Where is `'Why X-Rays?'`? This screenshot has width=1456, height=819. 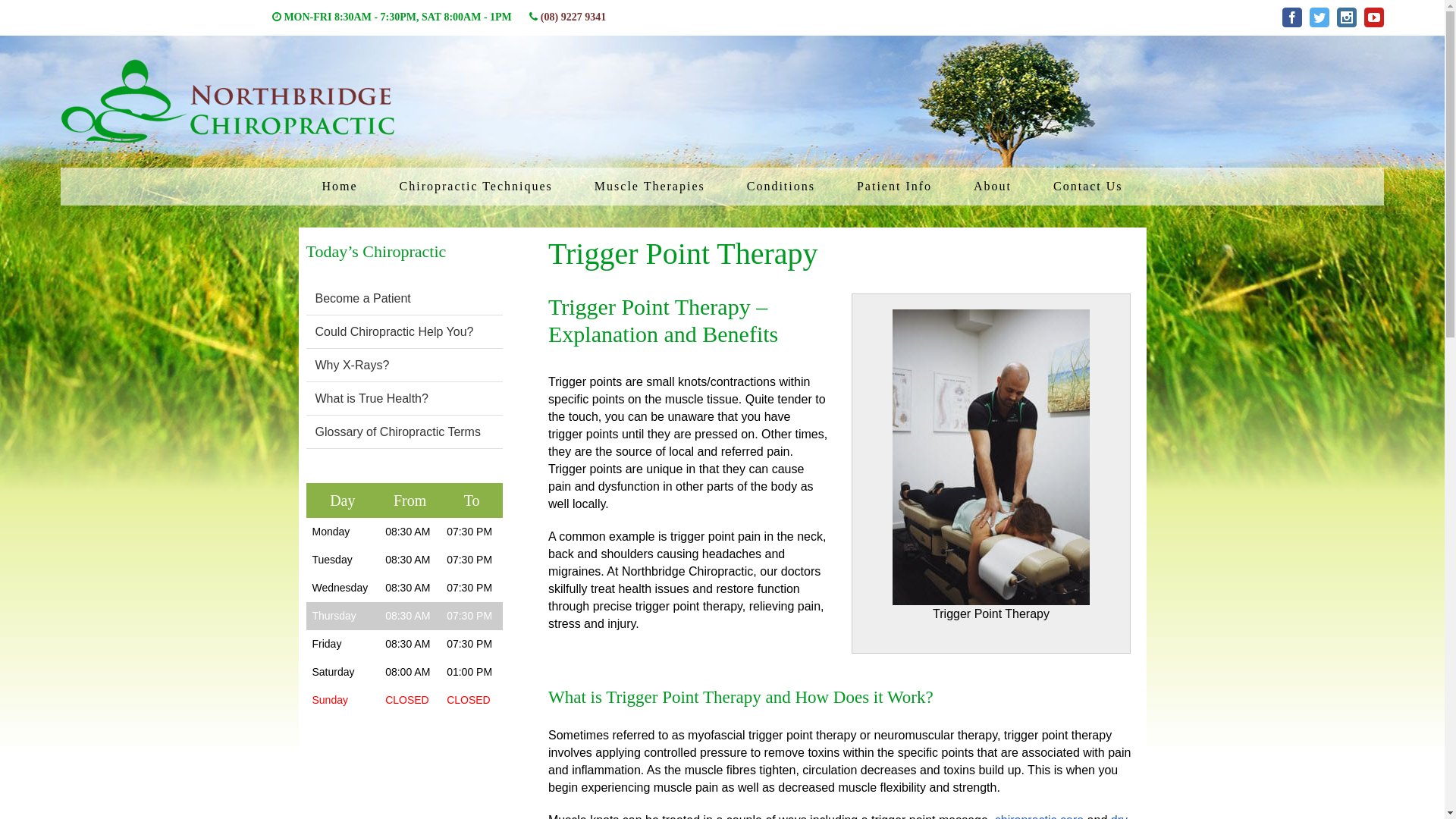 'Why X-Rays?' is located at coordinates (315, 365).